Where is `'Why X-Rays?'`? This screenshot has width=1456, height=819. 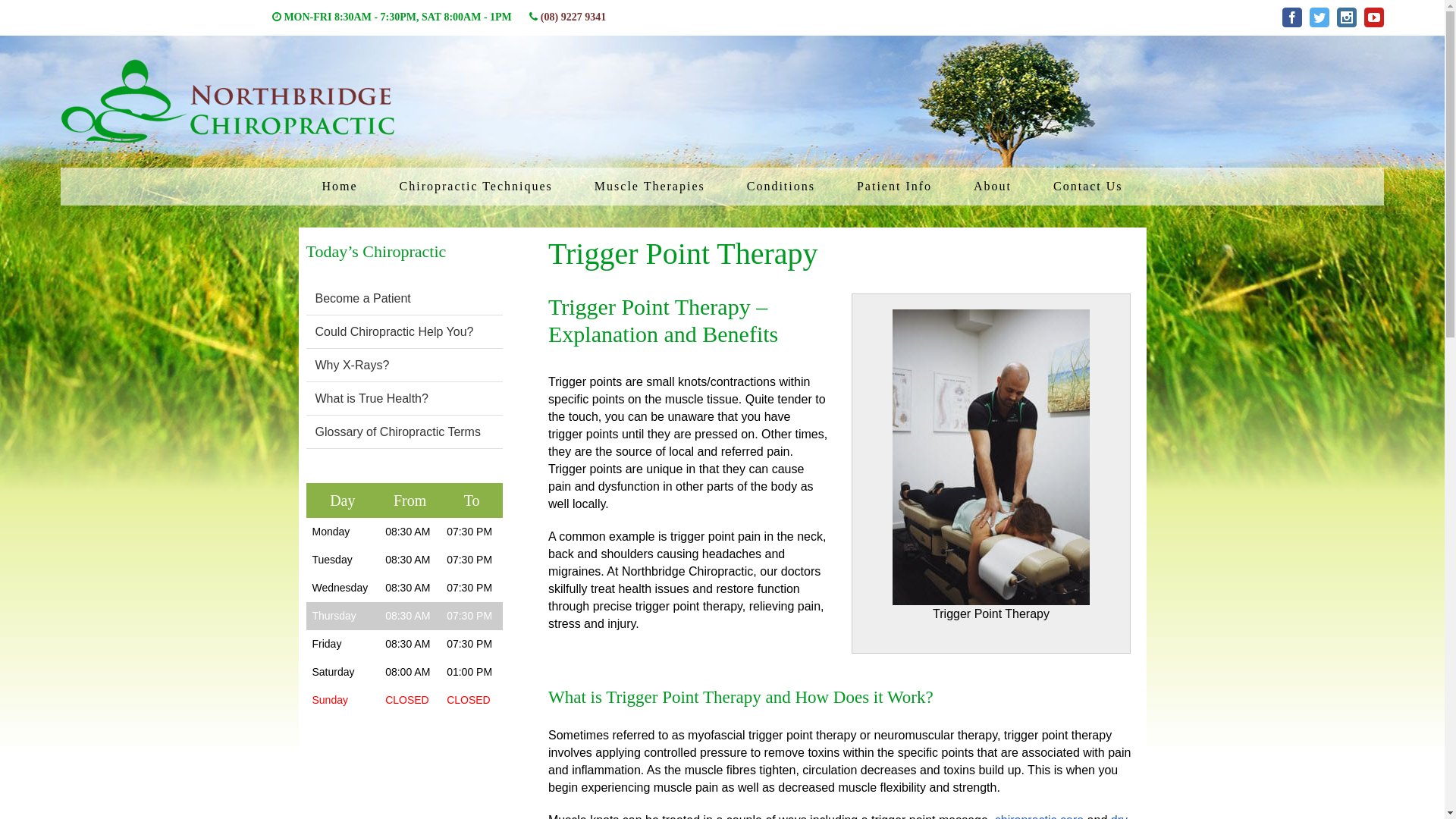 'Why X-Rays?' is located at coordinates (315, 365).